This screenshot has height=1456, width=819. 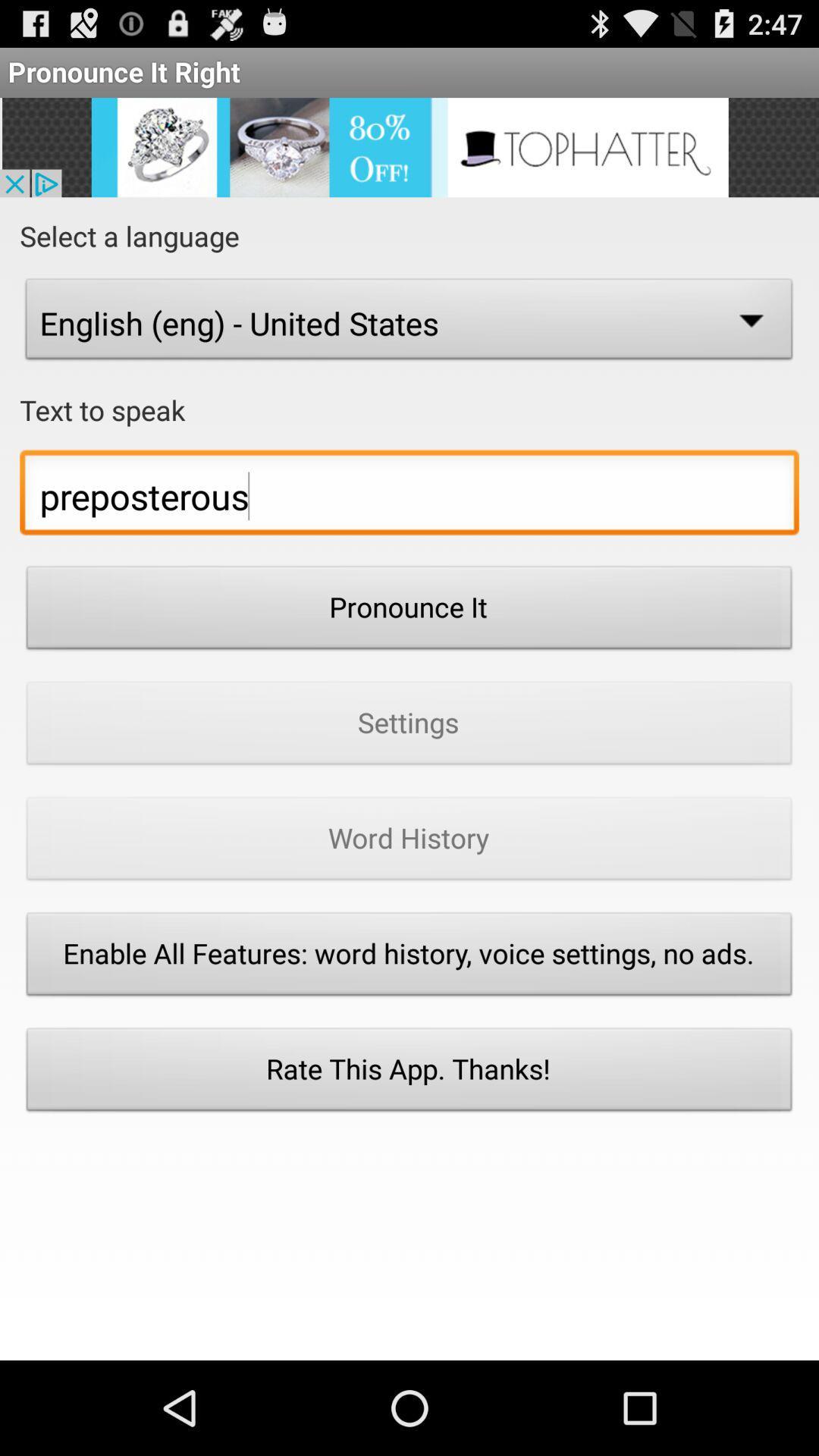 What do you see at coordinates (409, 147) in the screenshot?
I see `advertisement` at bounding box center [409, 147].